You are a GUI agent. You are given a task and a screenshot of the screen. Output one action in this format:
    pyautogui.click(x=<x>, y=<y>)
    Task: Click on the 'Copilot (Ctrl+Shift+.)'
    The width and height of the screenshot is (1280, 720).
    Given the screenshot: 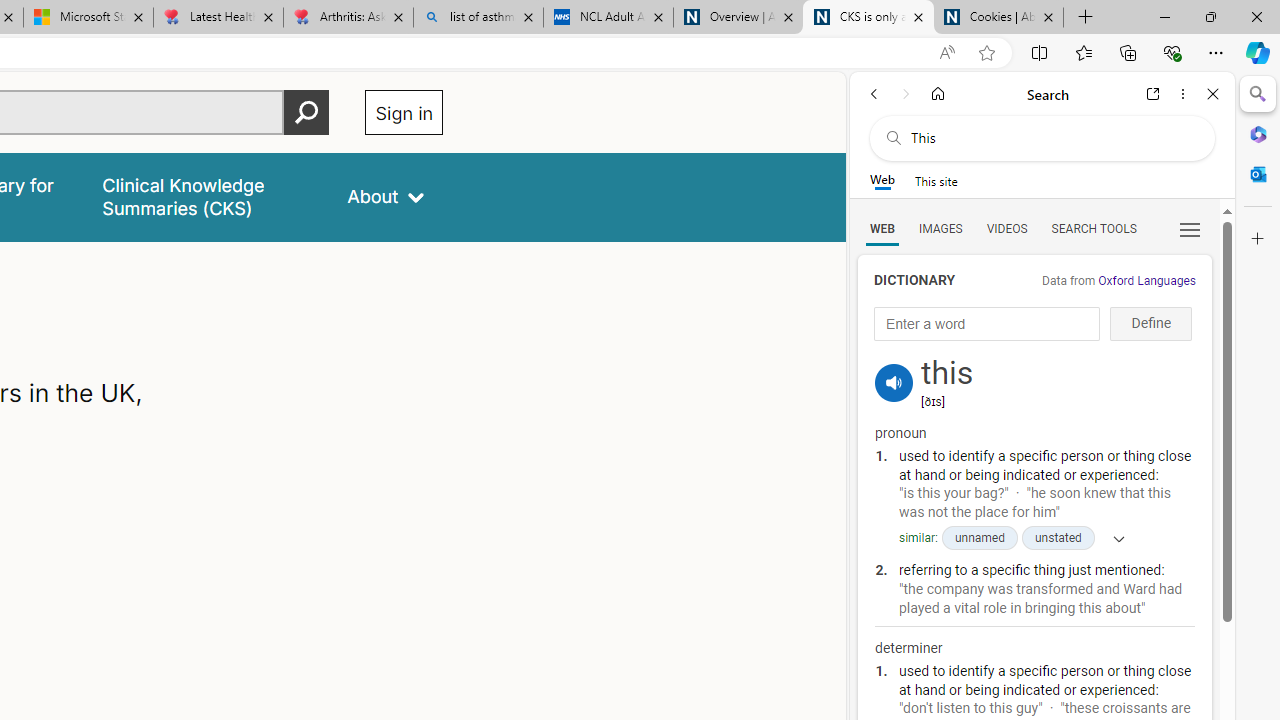 What is the action you would take?
    pyautogui.click(x=1257, y=51)
    